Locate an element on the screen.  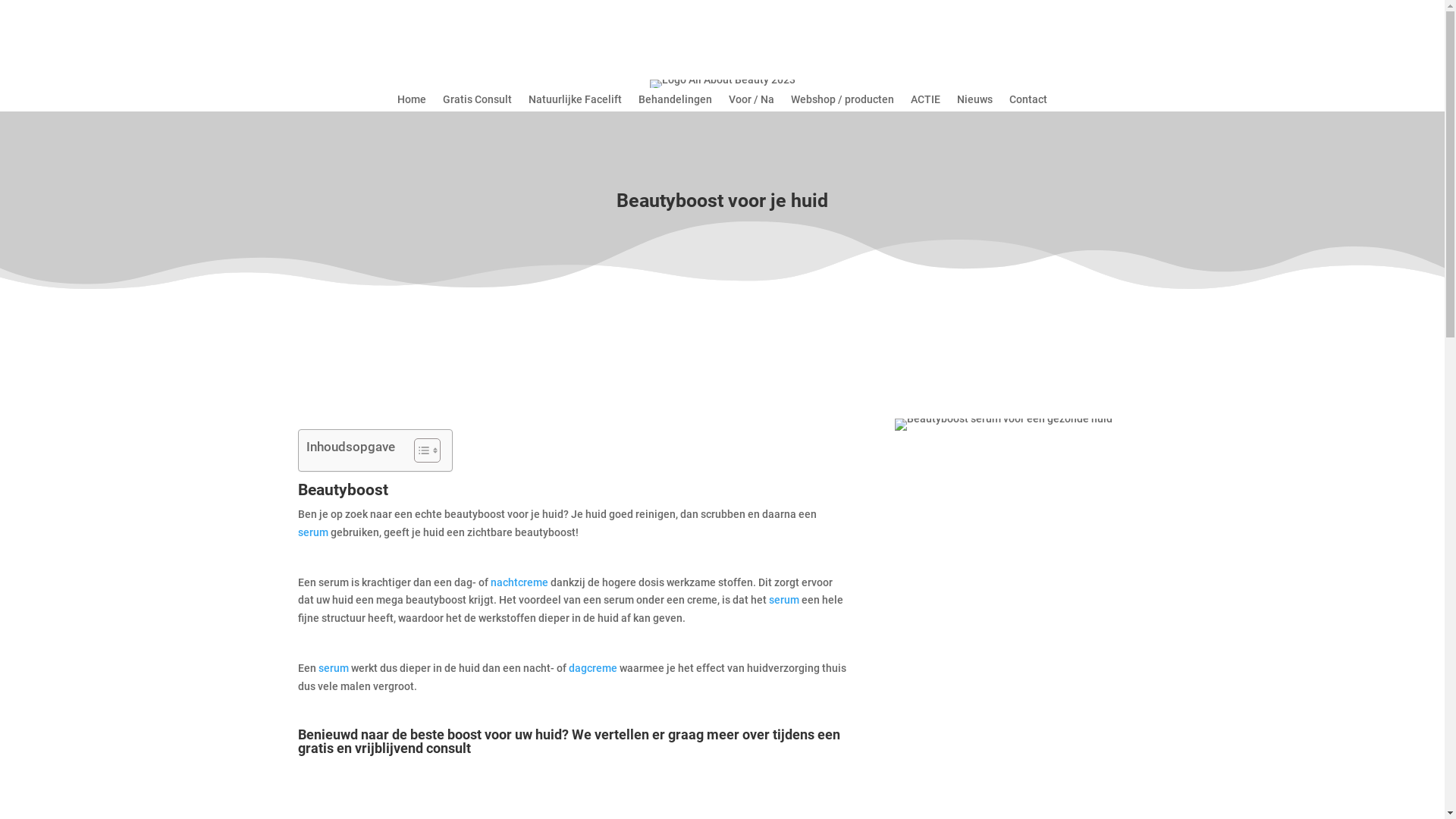
'Behandelingen' is located at coordinates (674, 102).